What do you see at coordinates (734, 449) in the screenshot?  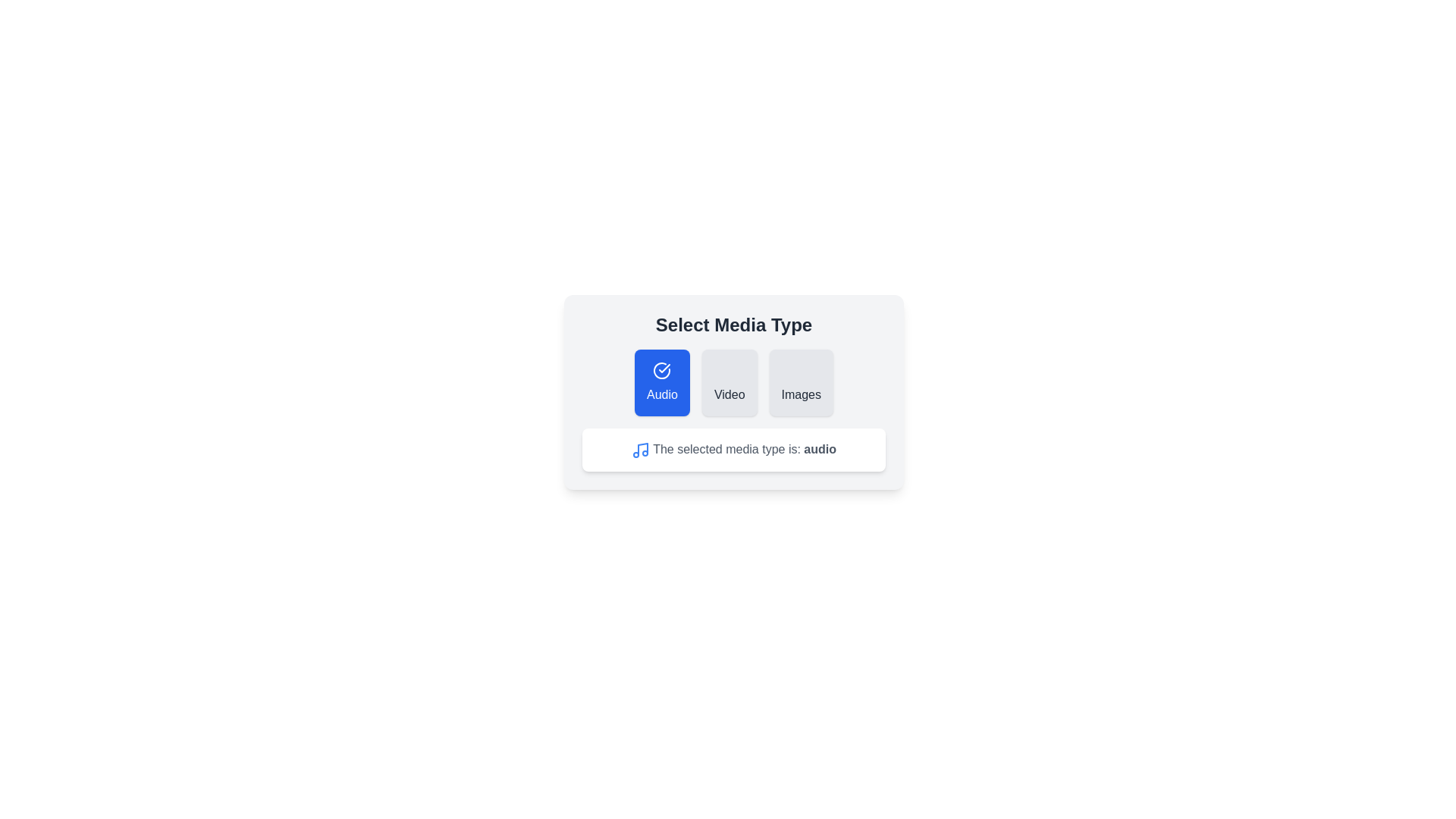 I see `the static text 'The selected media type is: audio' with a blue music icon to possibly see a tooltip` at bounding box center [734, 449].